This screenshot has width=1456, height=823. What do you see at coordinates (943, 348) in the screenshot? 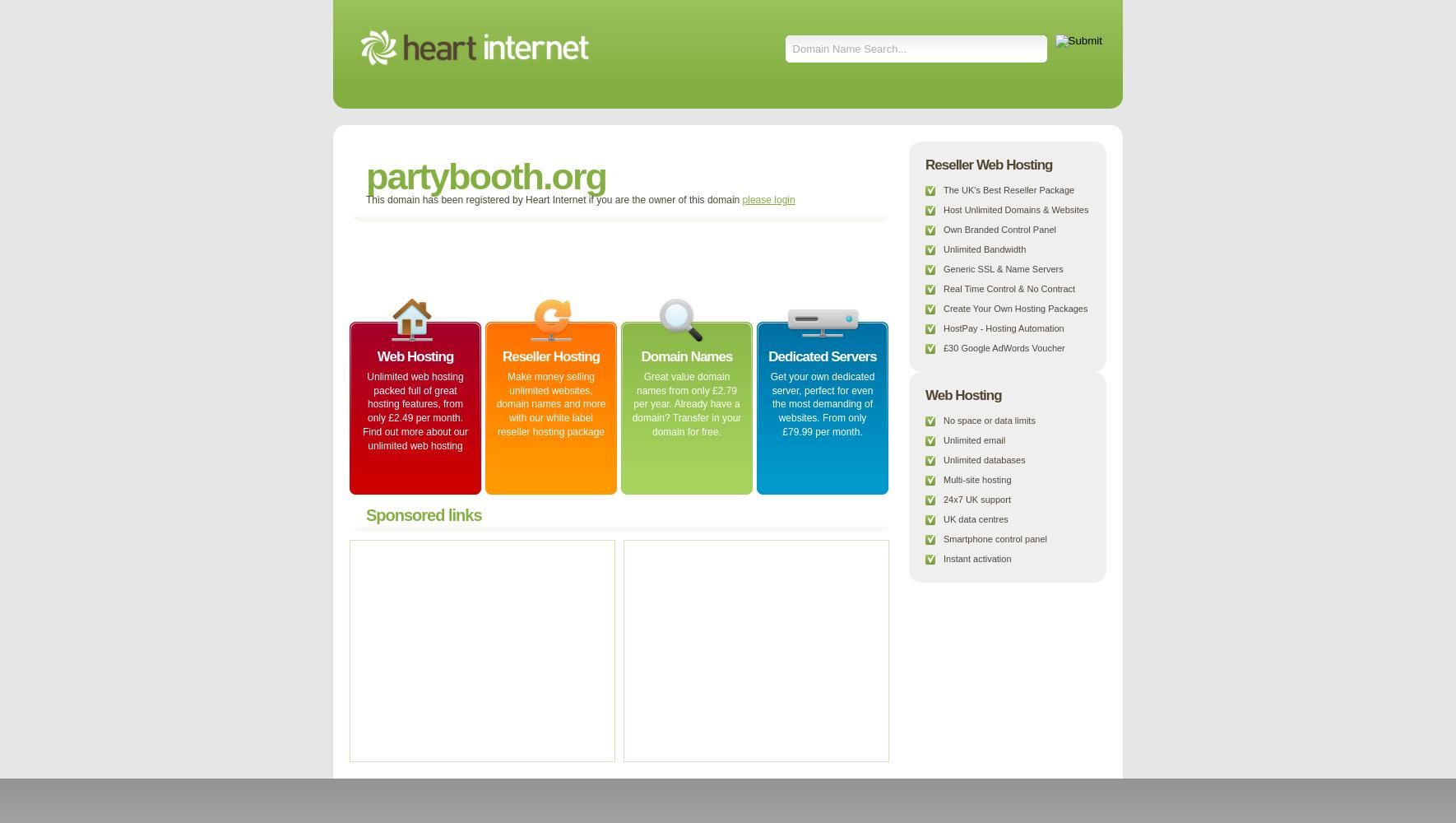
I see `'£30 Google AdWords Voucher'` at bounding box center [943, 348].